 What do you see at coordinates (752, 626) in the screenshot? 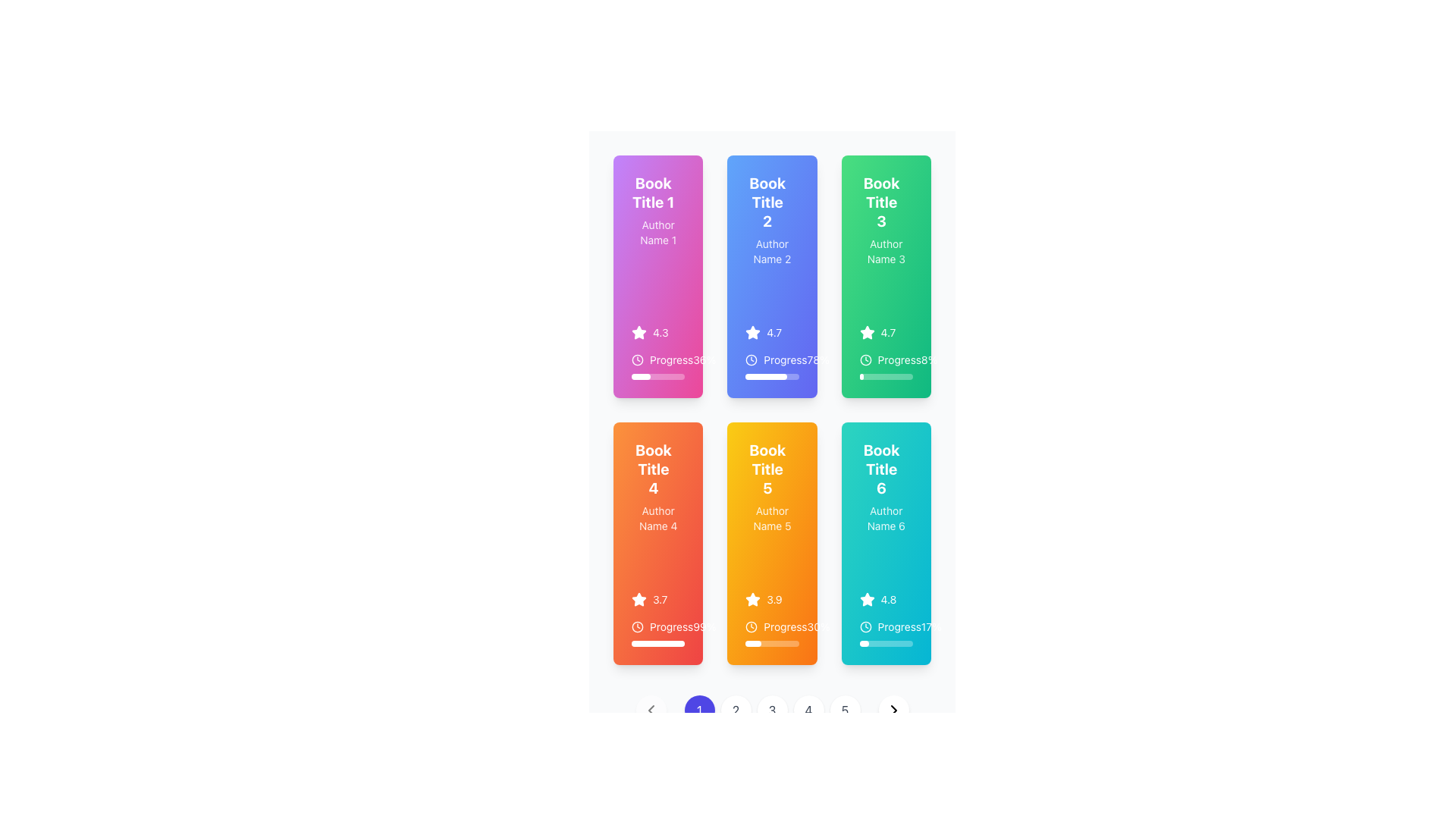
I see `the circular graphic element, which is the circular base of a clock icon located within the fifth card element in the bottom row, middle position` at bounding box center [752, 626].